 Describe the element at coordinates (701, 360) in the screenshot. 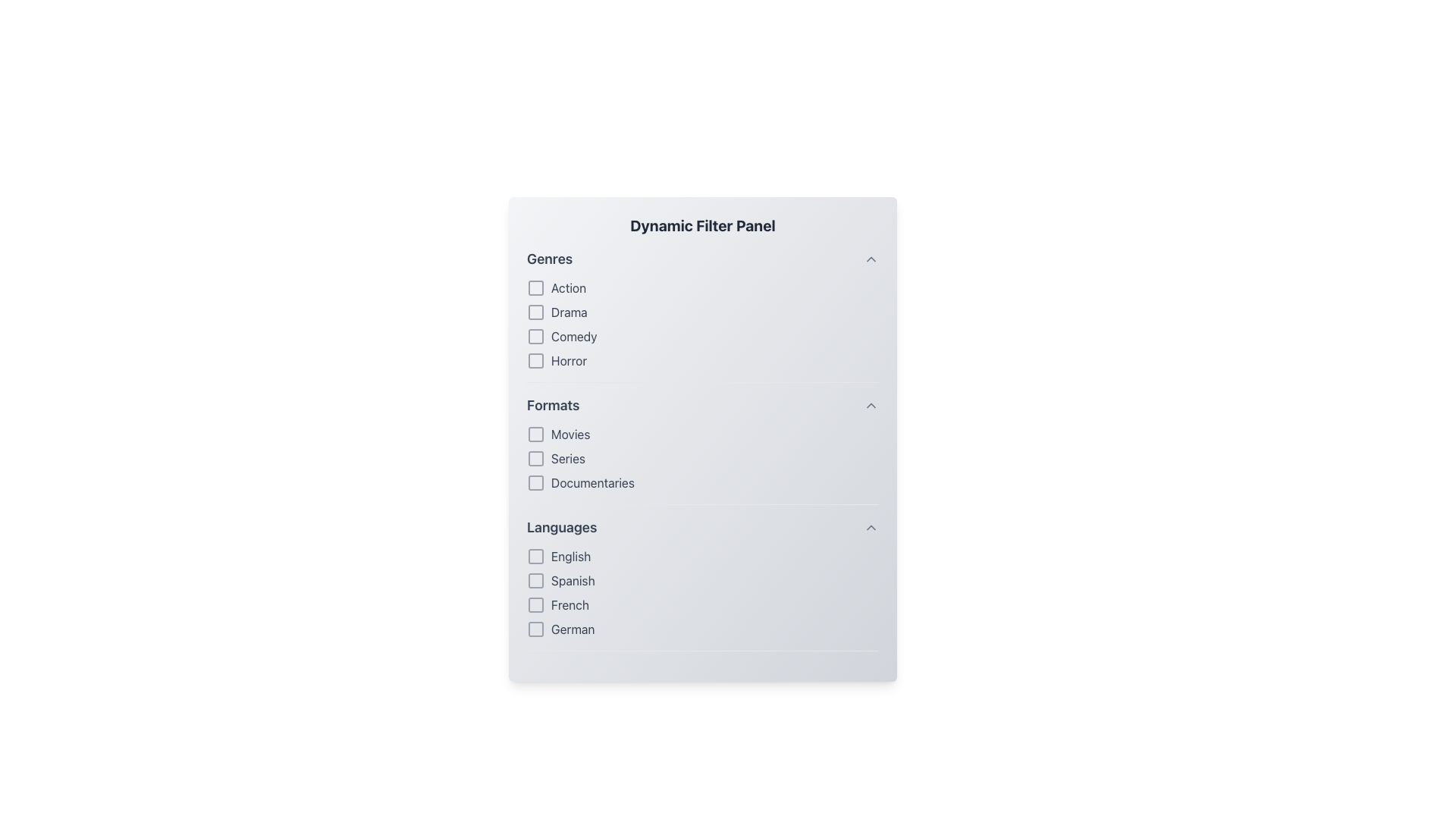

I see `the checkbox labeled 'Horror' in the Genres section of the filter panel` at that location.